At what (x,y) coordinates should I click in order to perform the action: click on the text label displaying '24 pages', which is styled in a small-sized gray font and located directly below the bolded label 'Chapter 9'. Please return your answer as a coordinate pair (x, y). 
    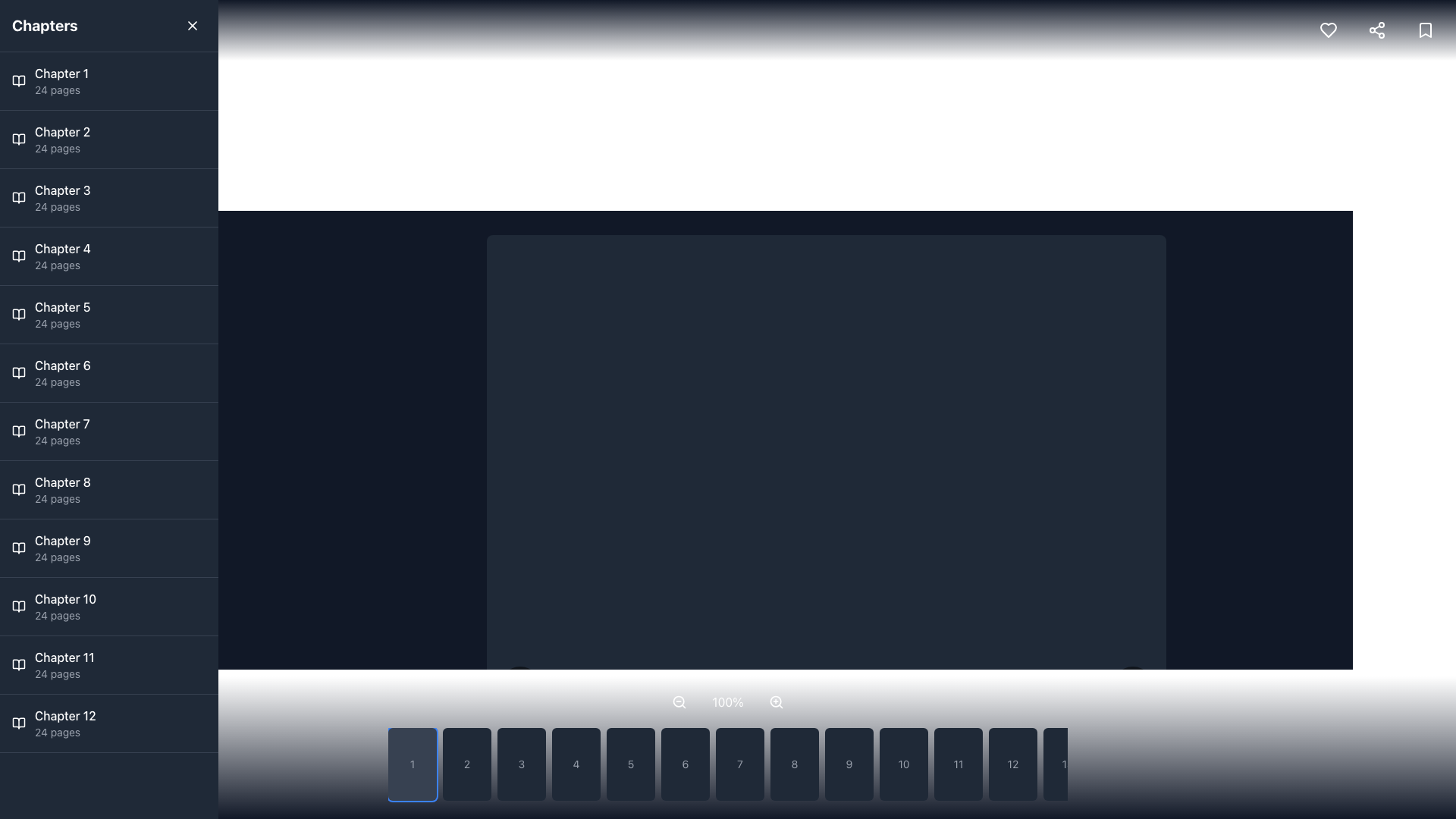
    Looking at the image, I should click on (61, 557).